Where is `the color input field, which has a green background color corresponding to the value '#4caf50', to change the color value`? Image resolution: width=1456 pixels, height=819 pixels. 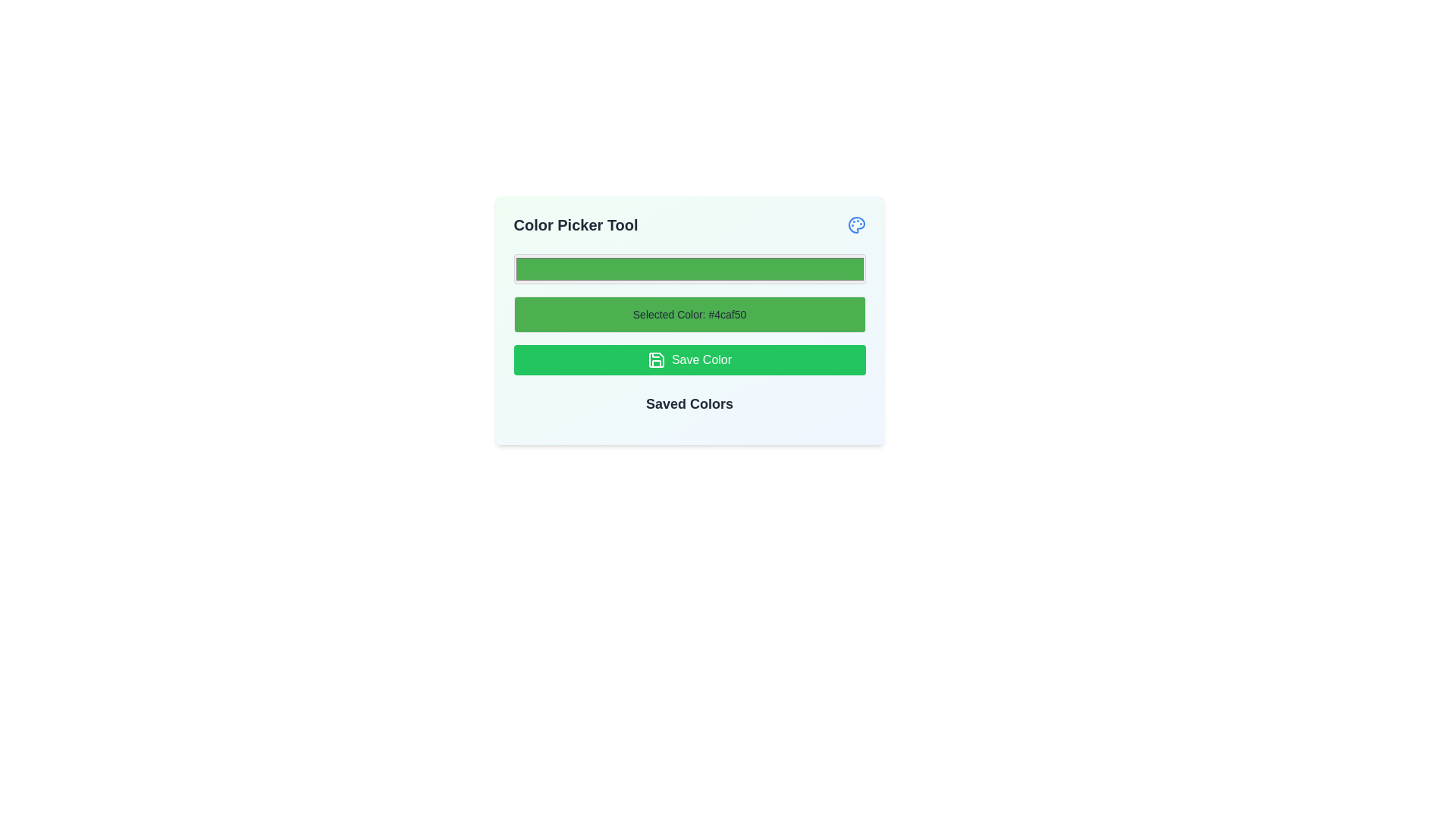
the color input field, which has a green background color corresponding to the value '#4caf50', to change the color value is located at coordinates (689, 268).